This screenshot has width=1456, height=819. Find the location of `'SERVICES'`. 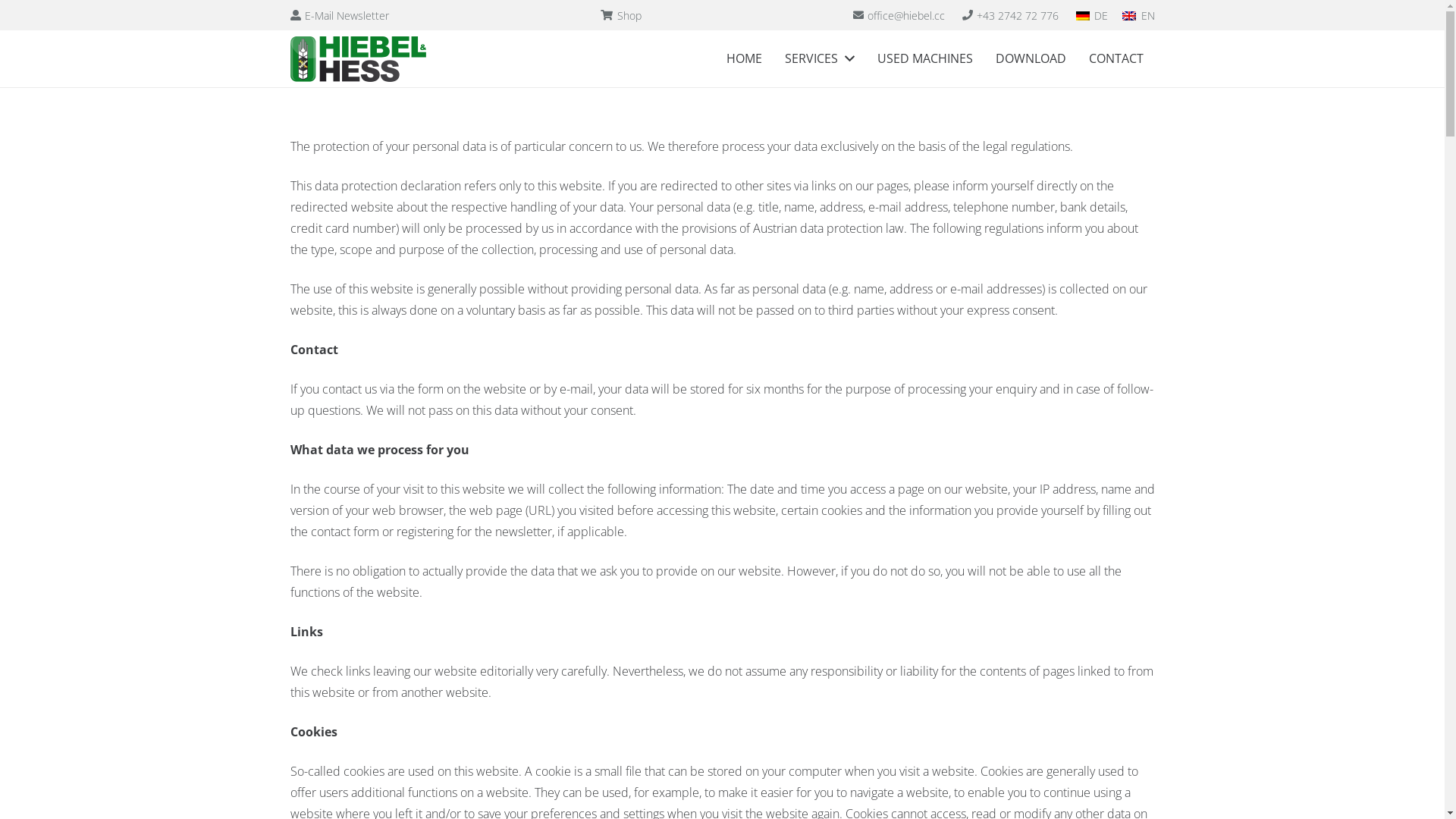

'SERVICES' is located at coordinates (818, 58).